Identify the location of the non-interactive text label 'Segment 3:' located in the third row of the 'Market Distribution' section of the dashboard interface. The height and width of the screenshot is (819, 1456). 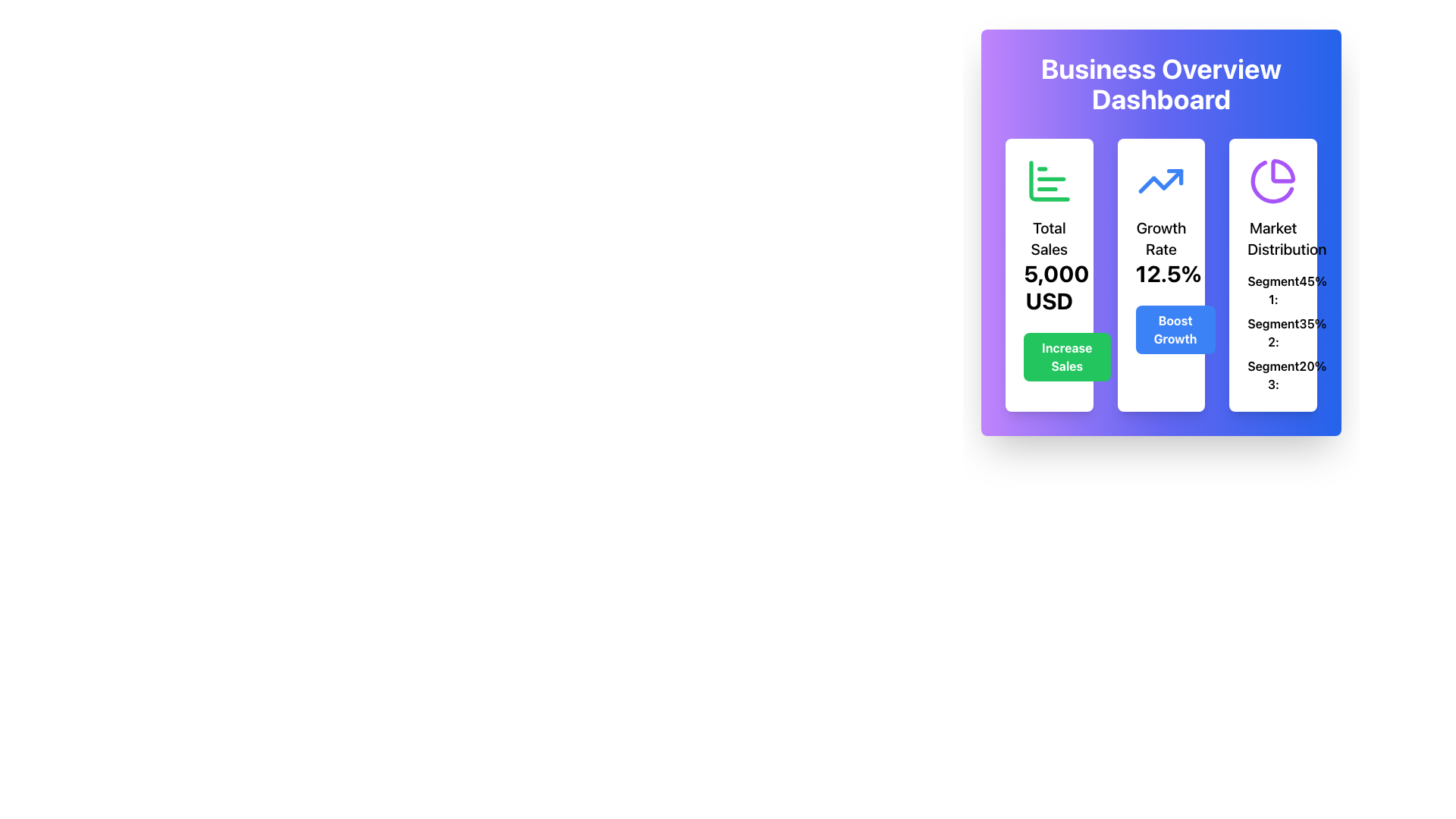
(1273, 375).